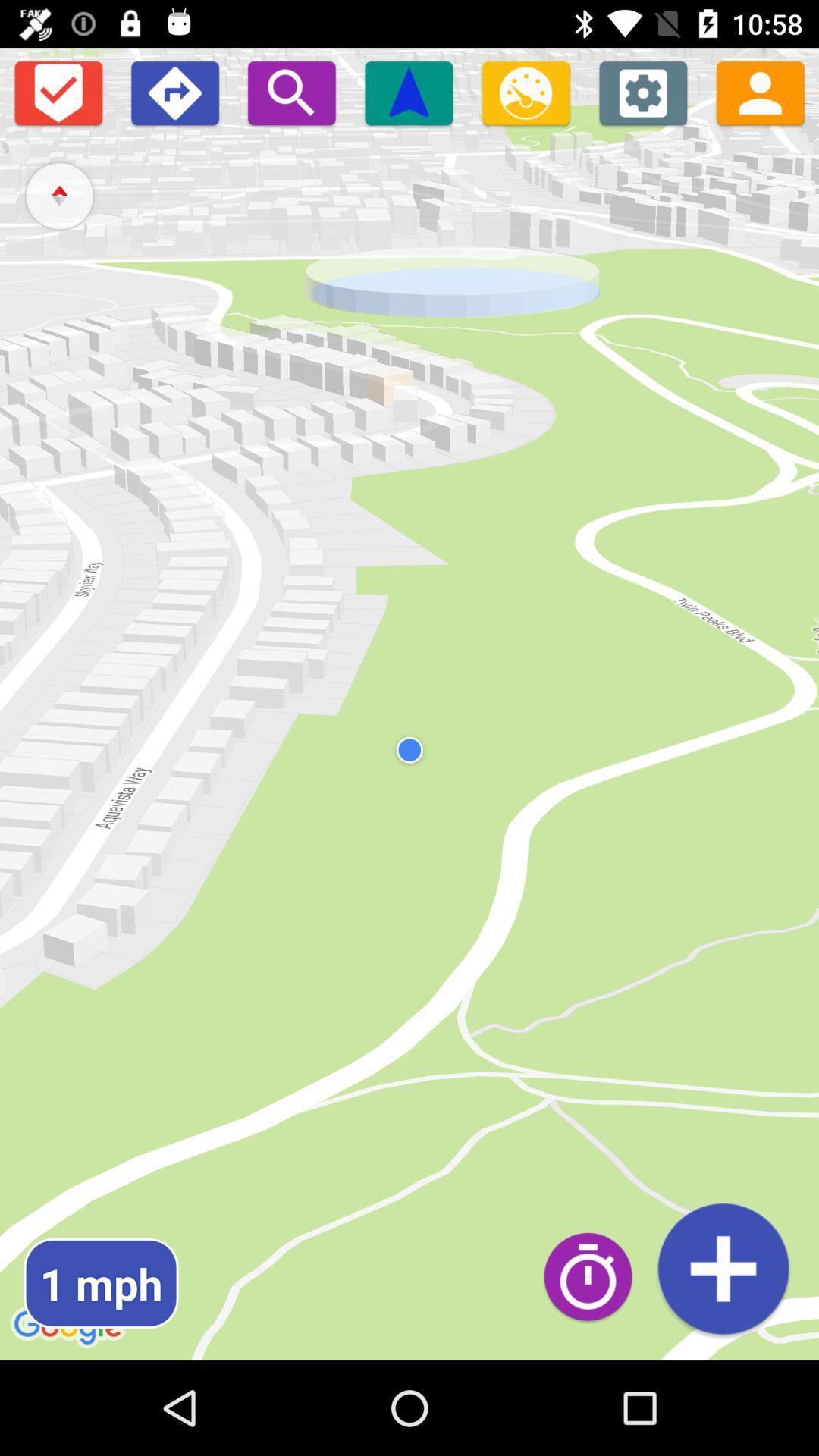 This screenshot has width=819, height=1456. I want to click on adjust speed, so click(525, 92).